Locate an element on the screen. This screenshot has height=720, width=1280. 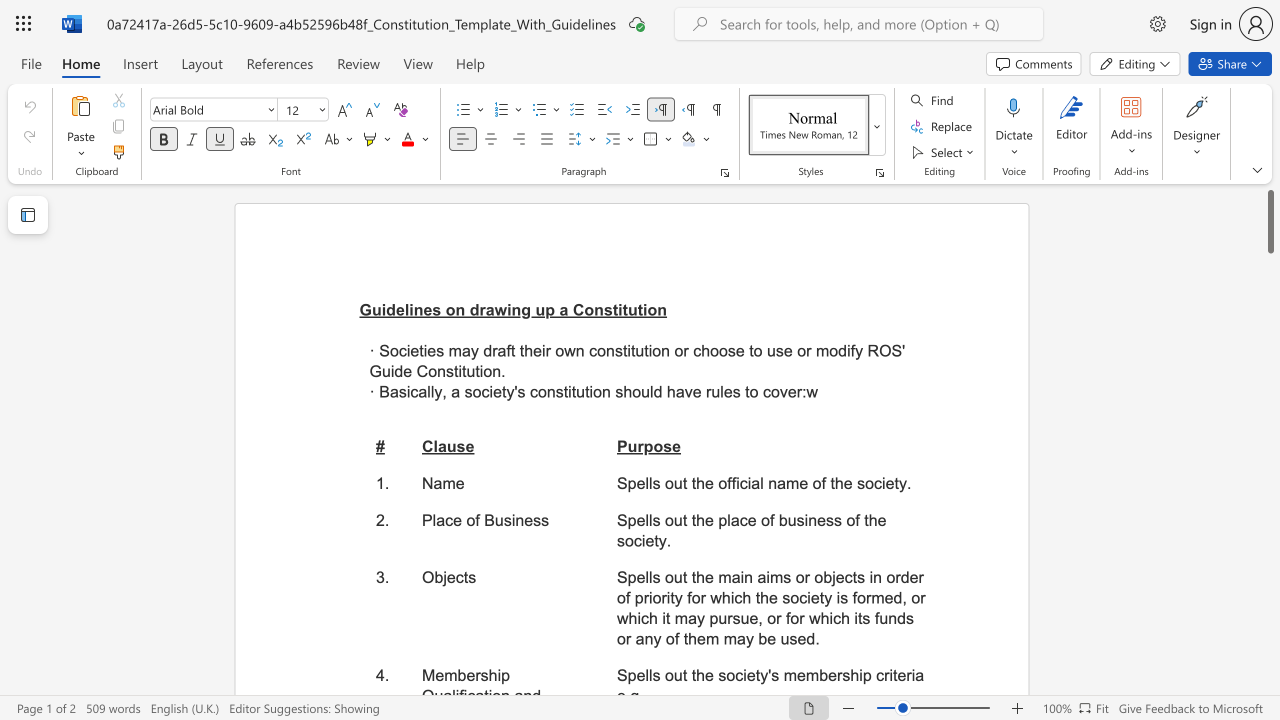
the side scrollbar to bring the page down is located at coordinates (1269, 678).